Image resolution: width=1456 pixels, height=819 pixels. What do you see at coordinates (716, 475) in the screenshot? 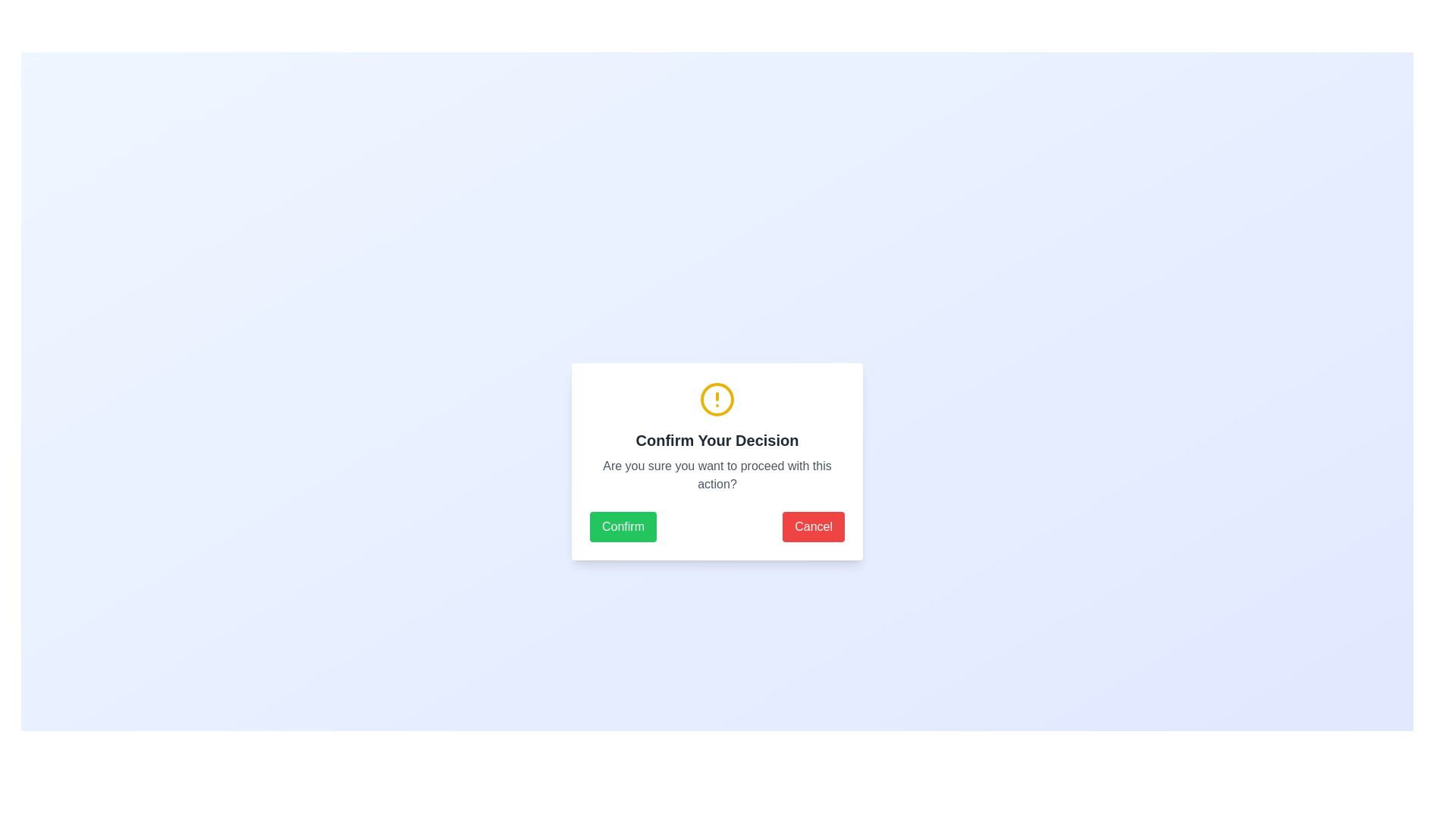
I see `the text block that prompts the user to confirm their decision, located beneath the 'Confirm Your Decision' bold text in the confirmation dialog box` at bounding box center [716, 475].